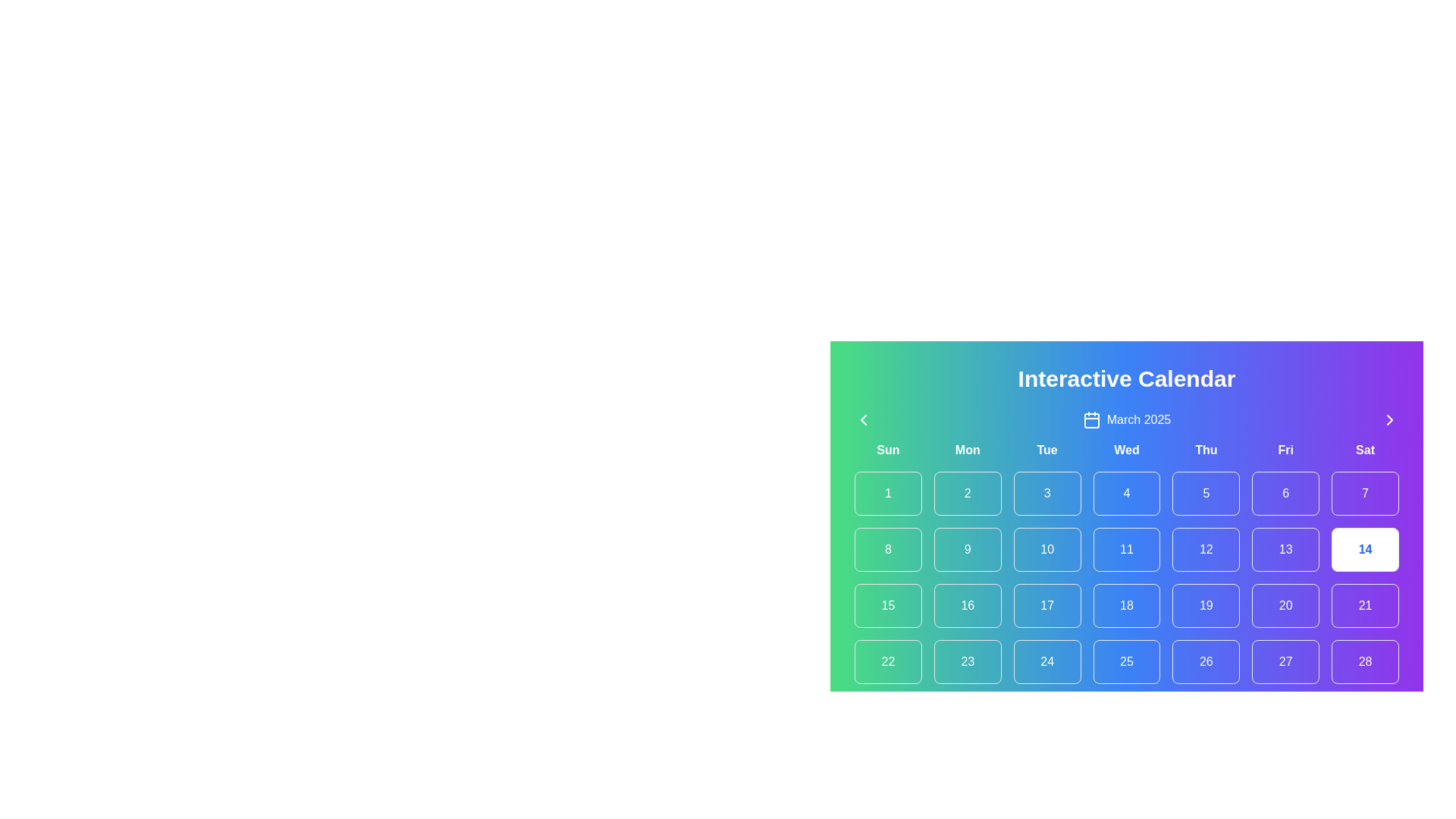 This screenshot has height=819, width=1456. I want to click on the calendar day button representing the first day of the month, located in the first row and first column of the calendar layout, so click(888, 494).